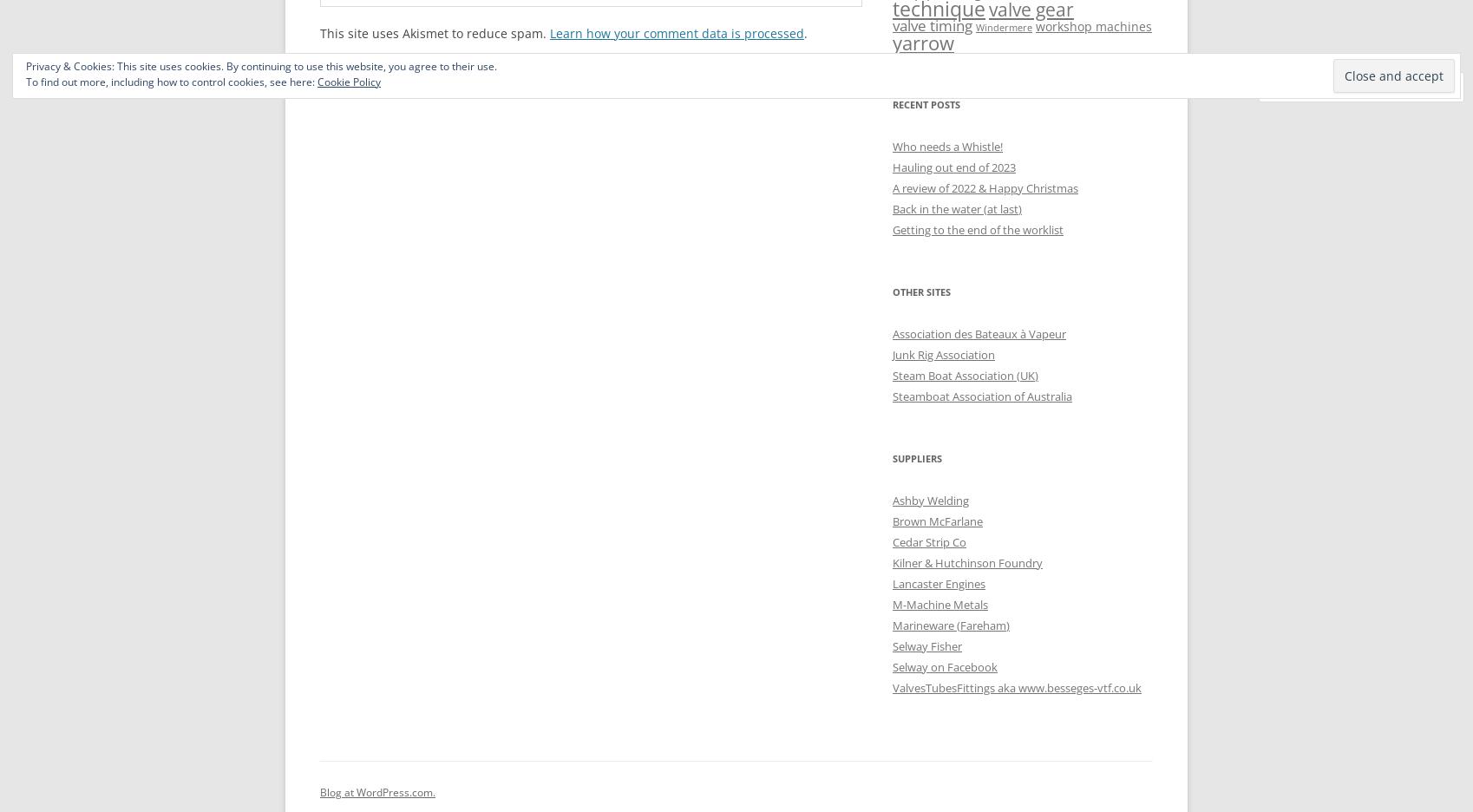 Image resolution: width=1473 pixels, height=812 pixels. Describe the element at coordinates (892, 145) in the screenshot. I see `'Who needs a Whistle!'` at that location.